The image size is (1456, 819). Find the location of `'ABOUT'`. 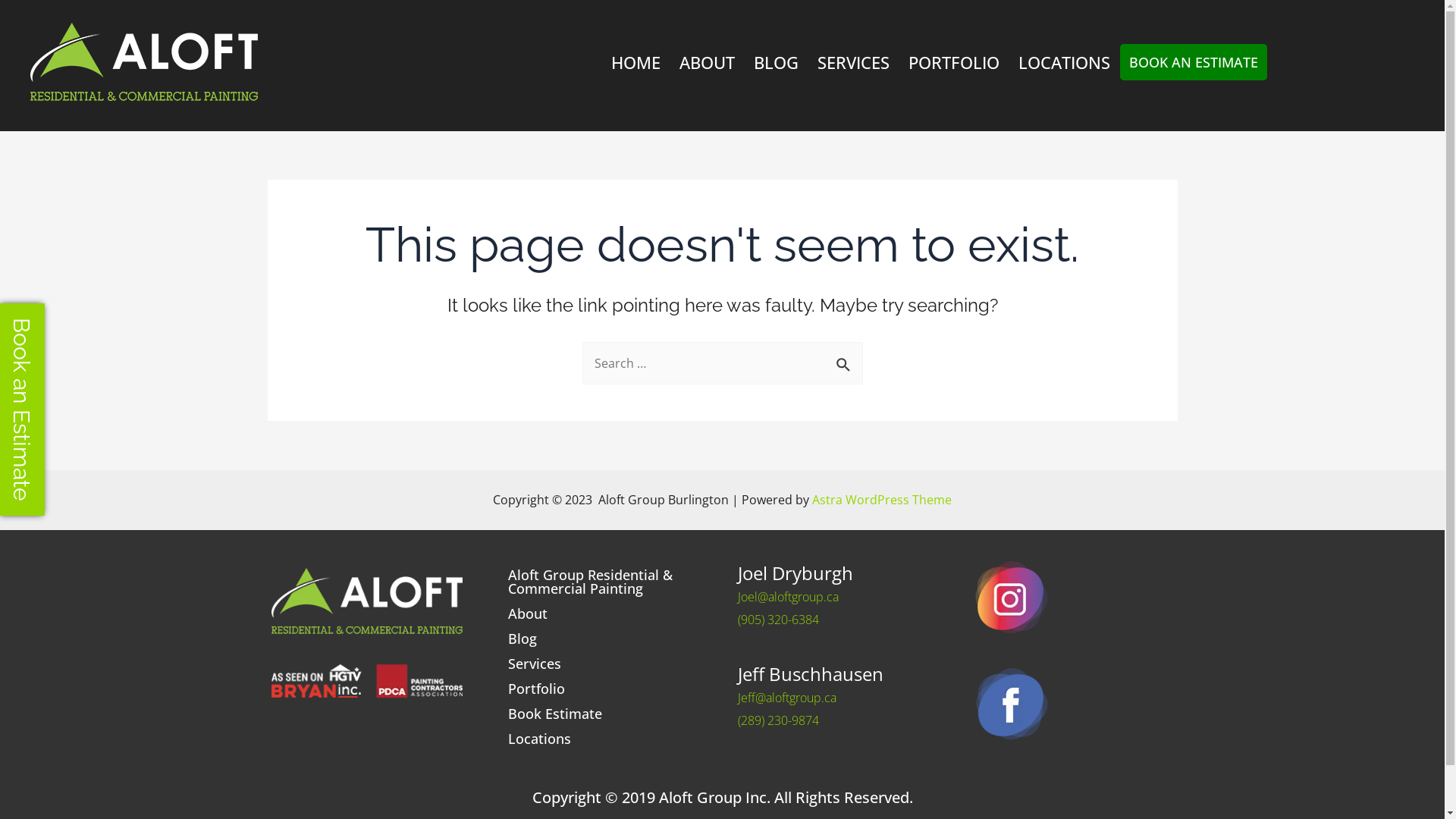

'ABOUT' is located at coordinates (706, 61).